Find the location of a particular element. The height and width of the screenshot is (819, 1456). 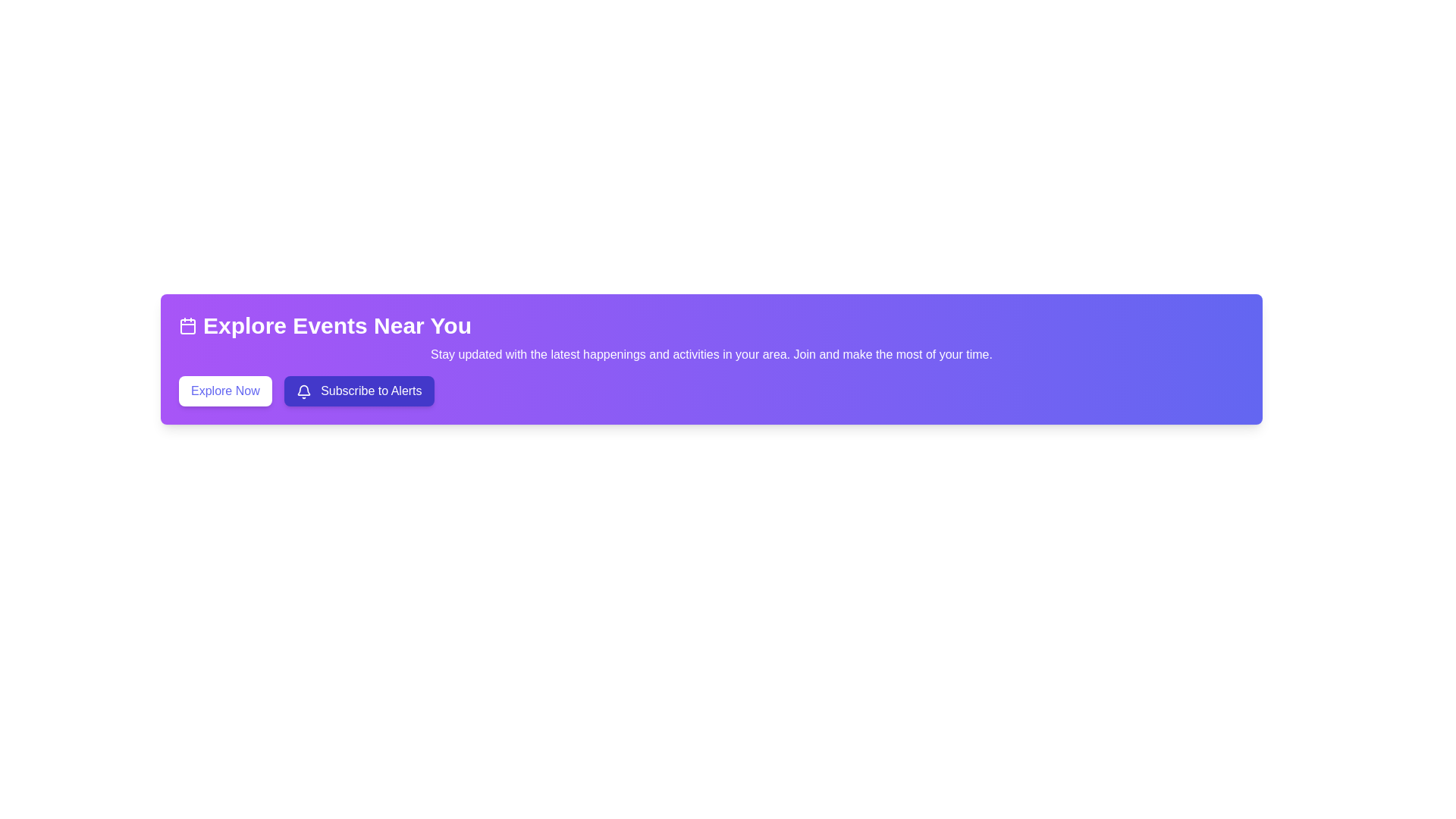

the text block displaying 'Stay updated with the latest happenings and activities in your area.' which is centrally located within a purple-gradient rectangular section, positioned above the buttons 'Explore Now' and 'Subscribe to Alerts.' is located at coordinates (711, 354).